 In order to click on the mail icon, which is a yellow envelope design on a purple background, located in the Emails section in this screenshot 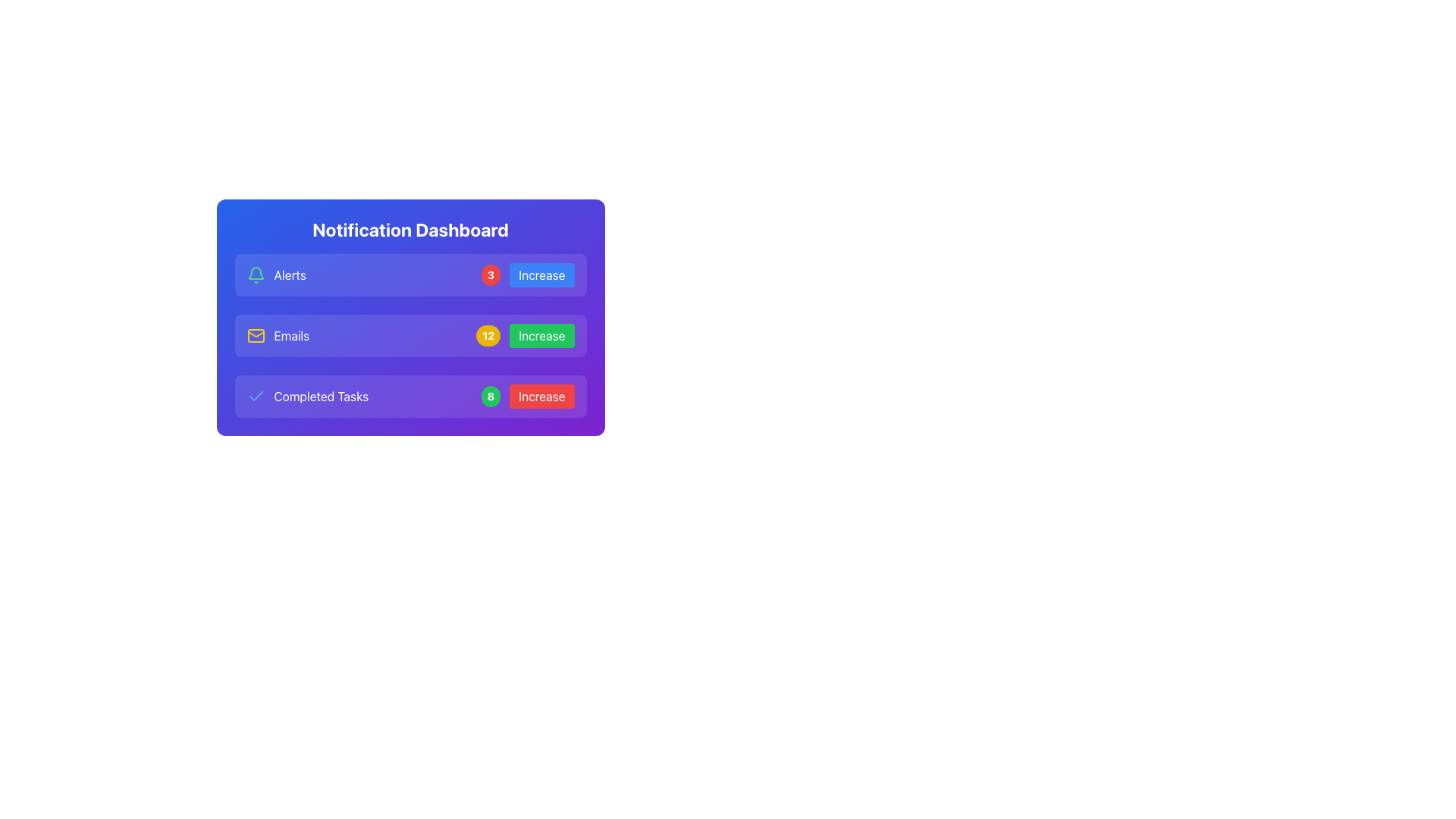, I will do `click(256, 335)`.